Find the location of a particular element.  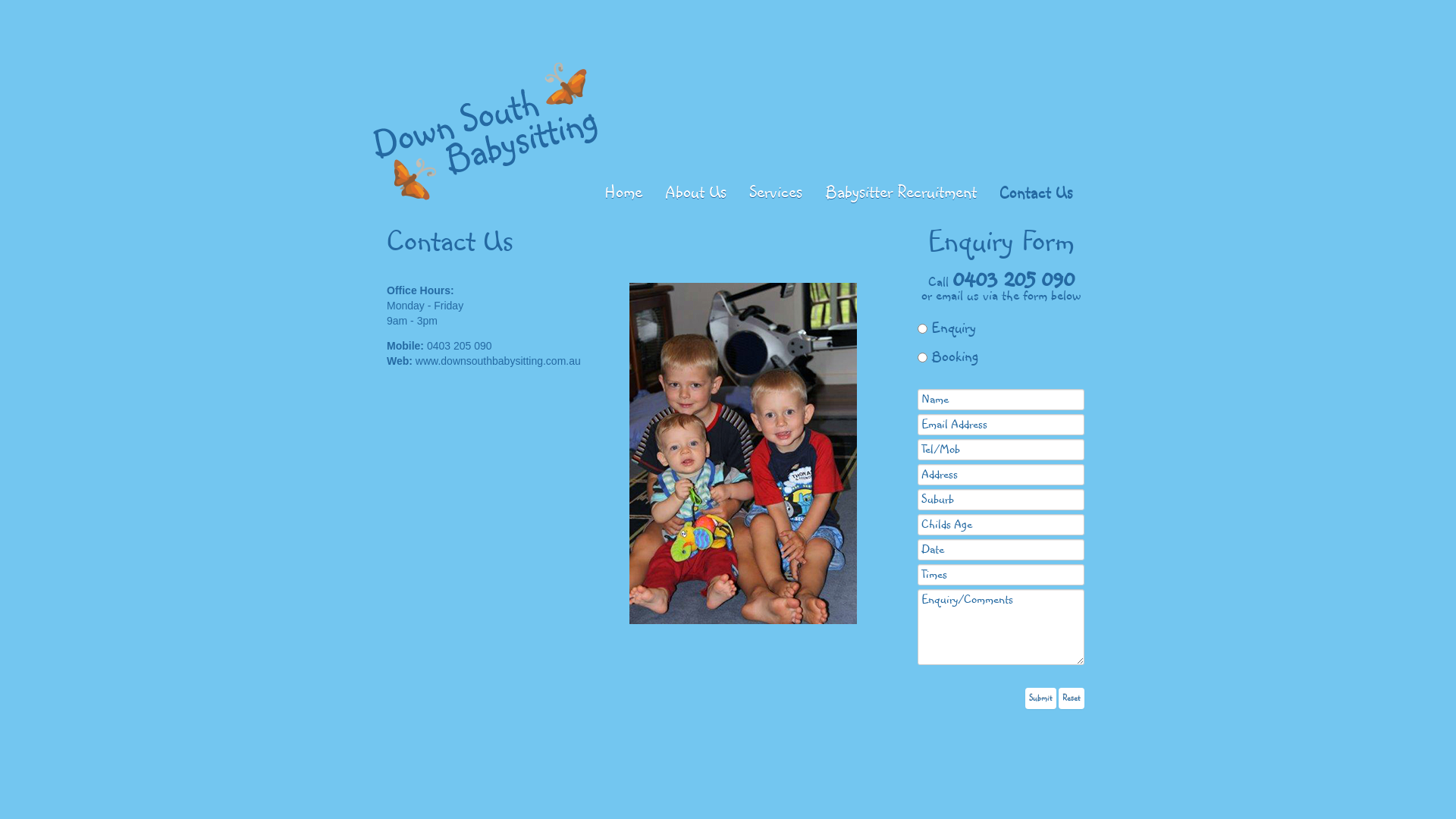

'Home' is located at coordinates (592, 192).